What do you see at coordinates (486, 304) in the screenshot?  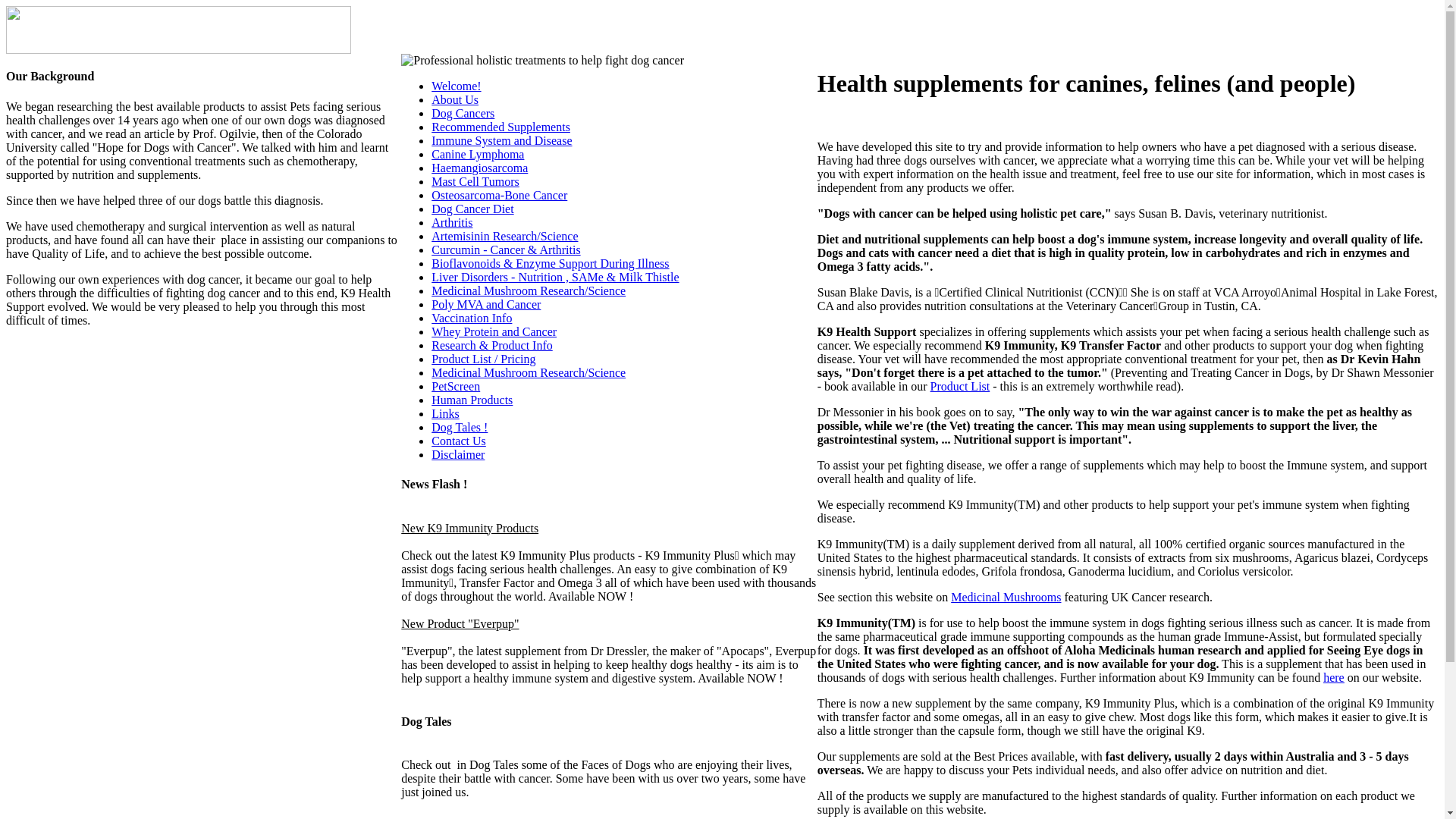 I see `'Poly MVA and Cancer'` at bounding box center [486, 304].